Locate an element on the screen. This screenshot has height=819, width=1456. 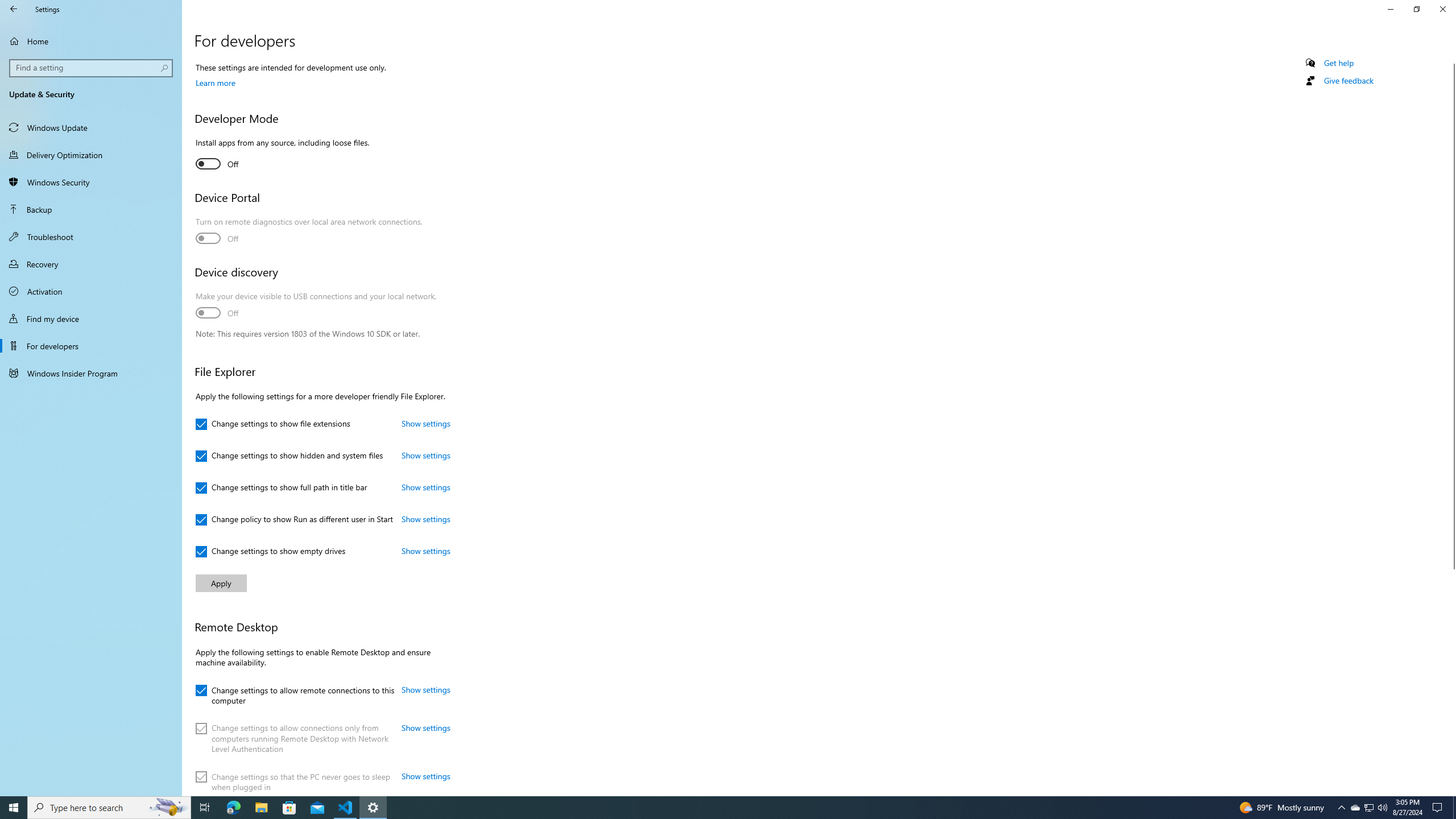
'Vertical Large Increase' is located at coordinates (1451, 677).